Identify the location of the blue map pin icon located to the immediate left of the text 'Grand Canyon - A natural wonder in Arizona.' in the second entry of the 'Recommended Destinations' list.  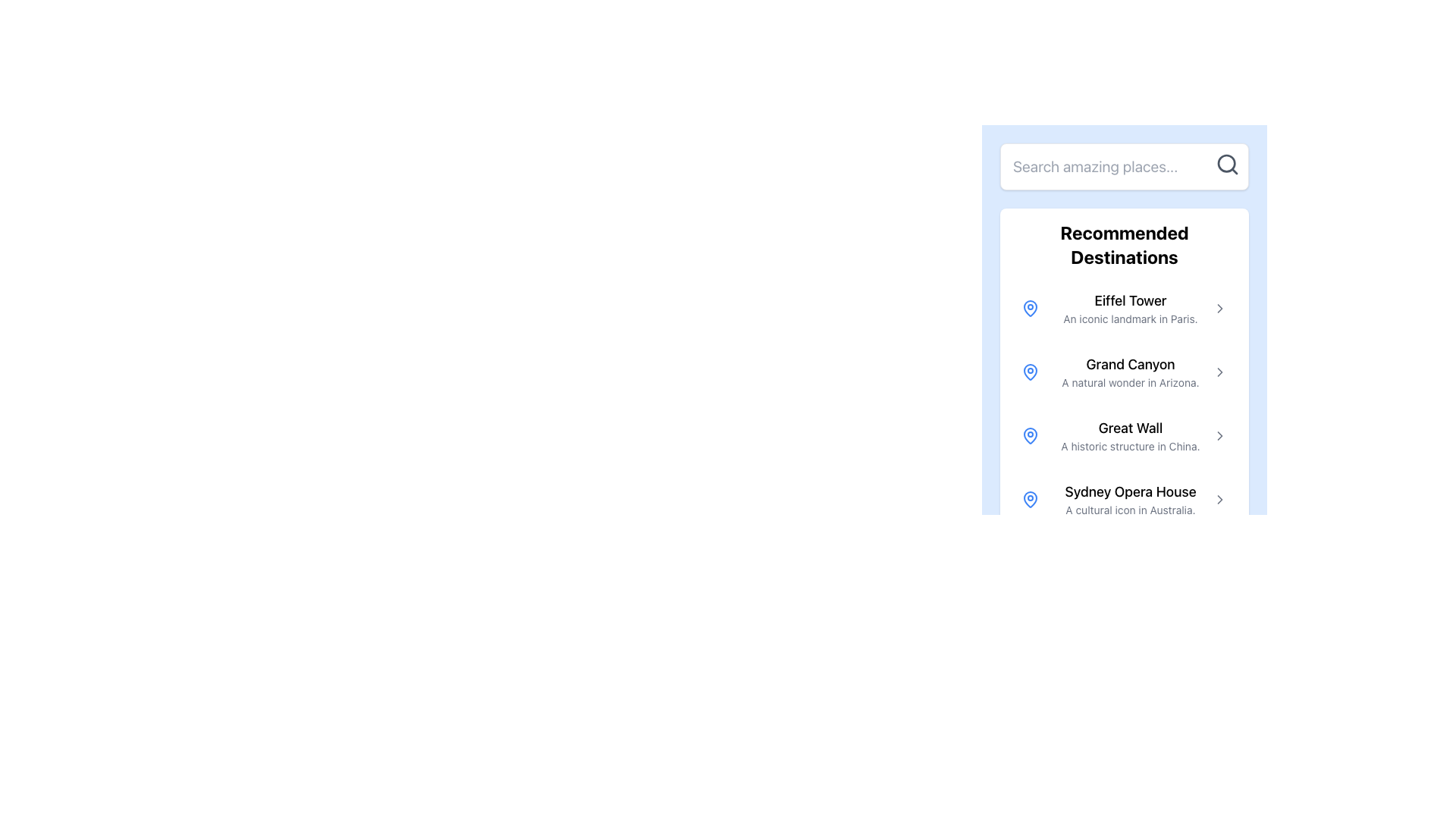
(1030, 372).